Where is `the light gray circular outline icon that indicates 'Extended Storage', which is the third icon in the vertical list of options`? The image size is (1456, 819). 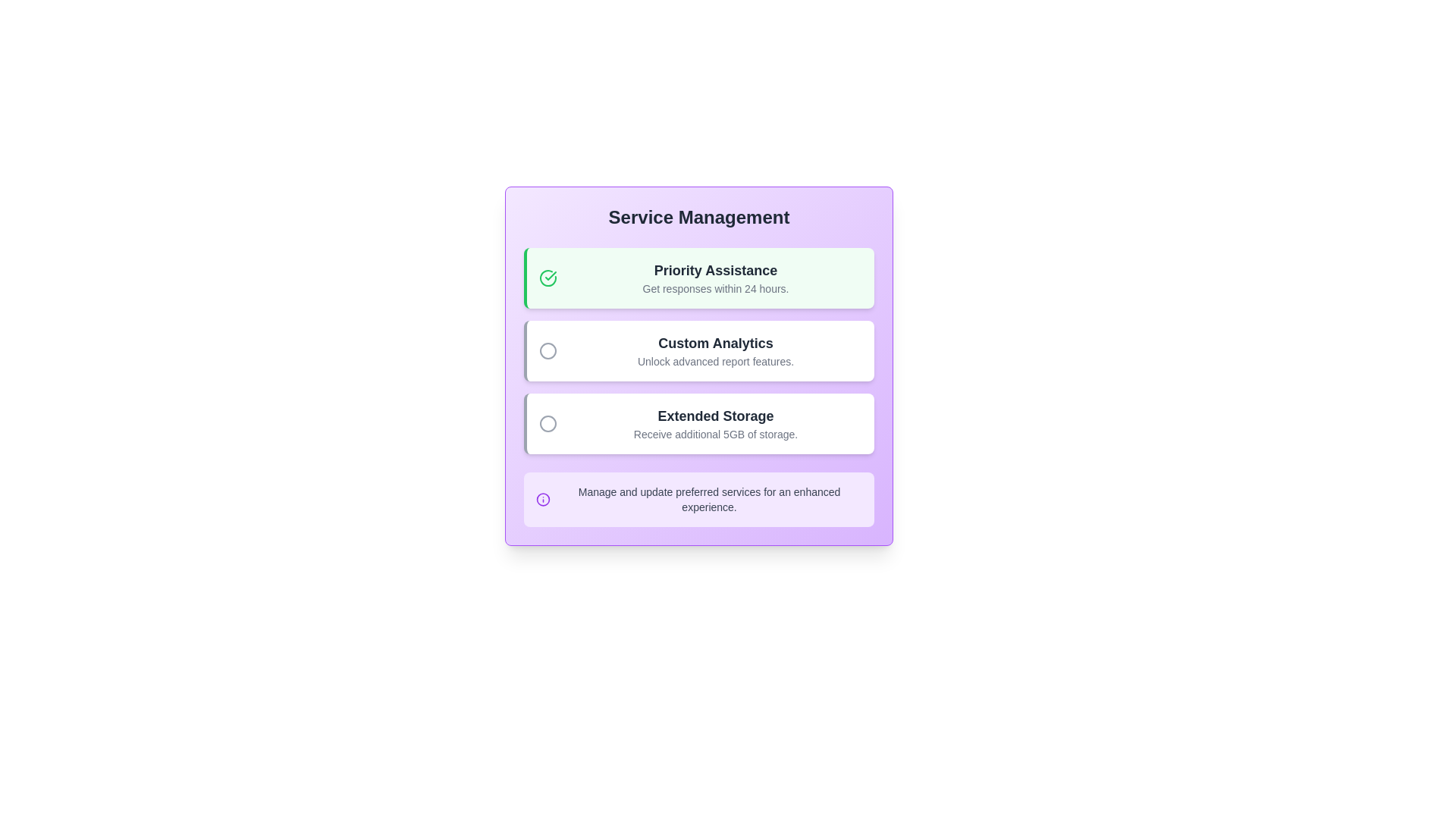
the light gray circular outline icon that indicates 'Extended Storage', which is the third icon in the vertical list of options is located at coordinates (548, 424).